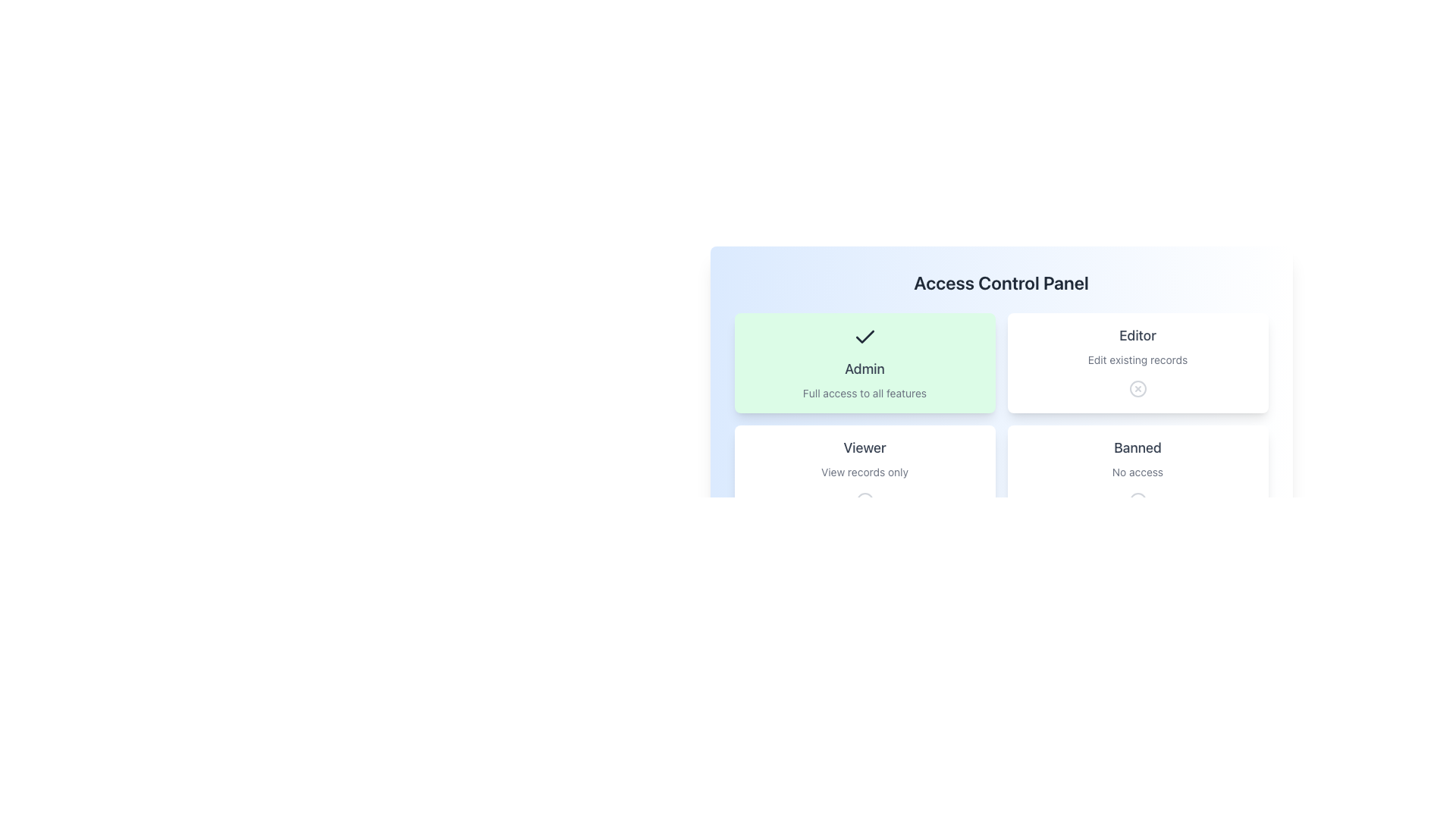 This screenshot has height=819, width=1456. What do you see at coordinates (864, 472) in the screenshot?
I see `the 'Viewer' access level card in the bottom-left corner of the grid layout` at bounding box center [864, 472].